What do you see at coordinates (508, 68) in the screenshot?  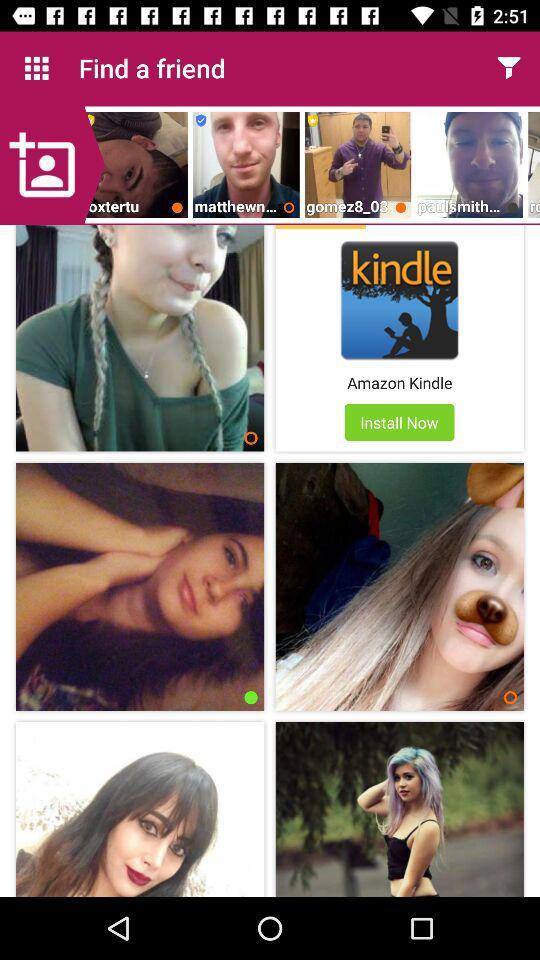 I see `open the menu` at bounding box center [508, 68].